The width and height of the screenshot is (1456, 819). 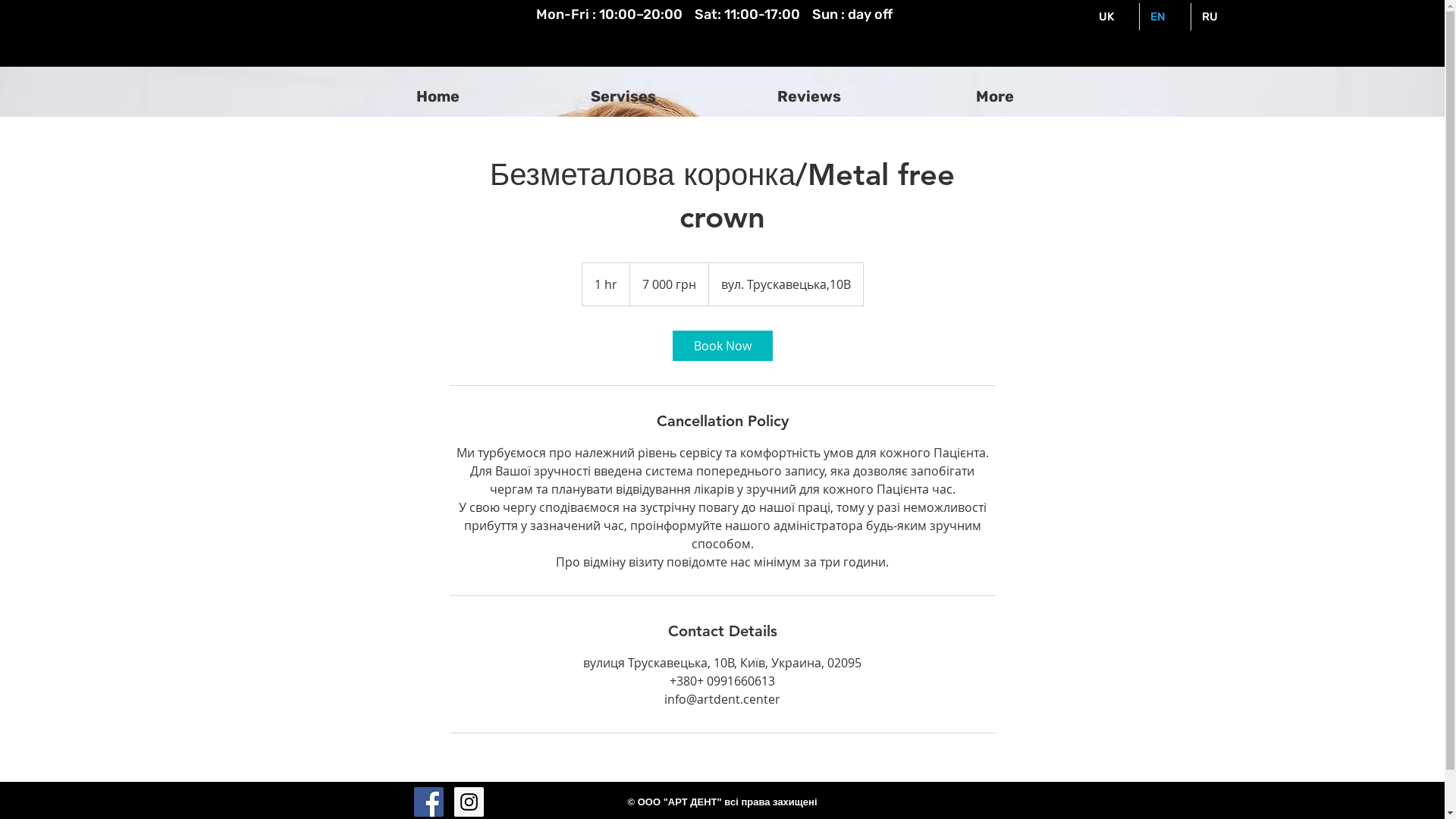 I want to click on 'Book Now', so click(x=720, y=345).